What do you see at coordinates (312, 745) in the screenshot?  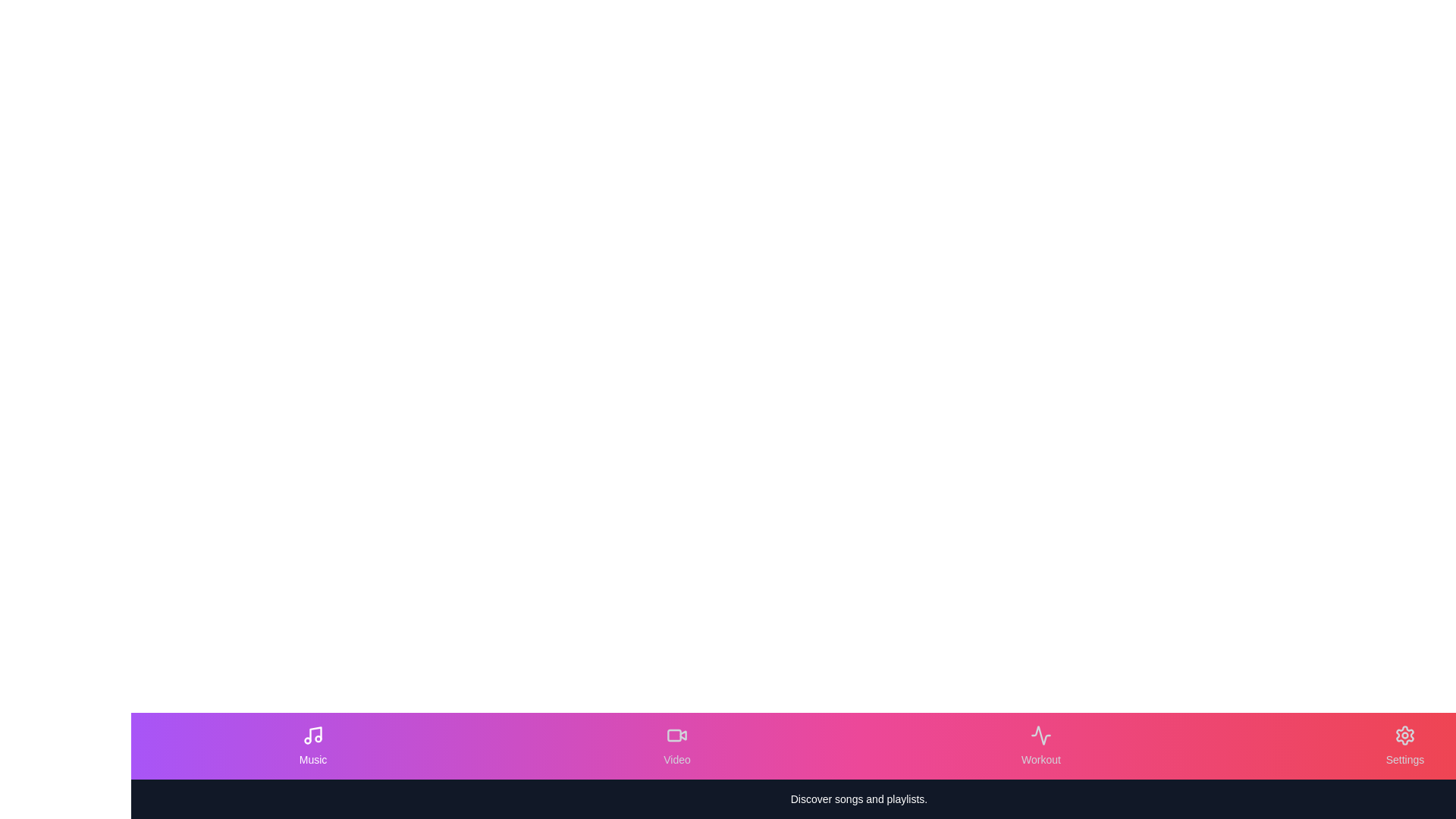 I see `the Music tab to view its tooltip` at bounding box center [312, 745].